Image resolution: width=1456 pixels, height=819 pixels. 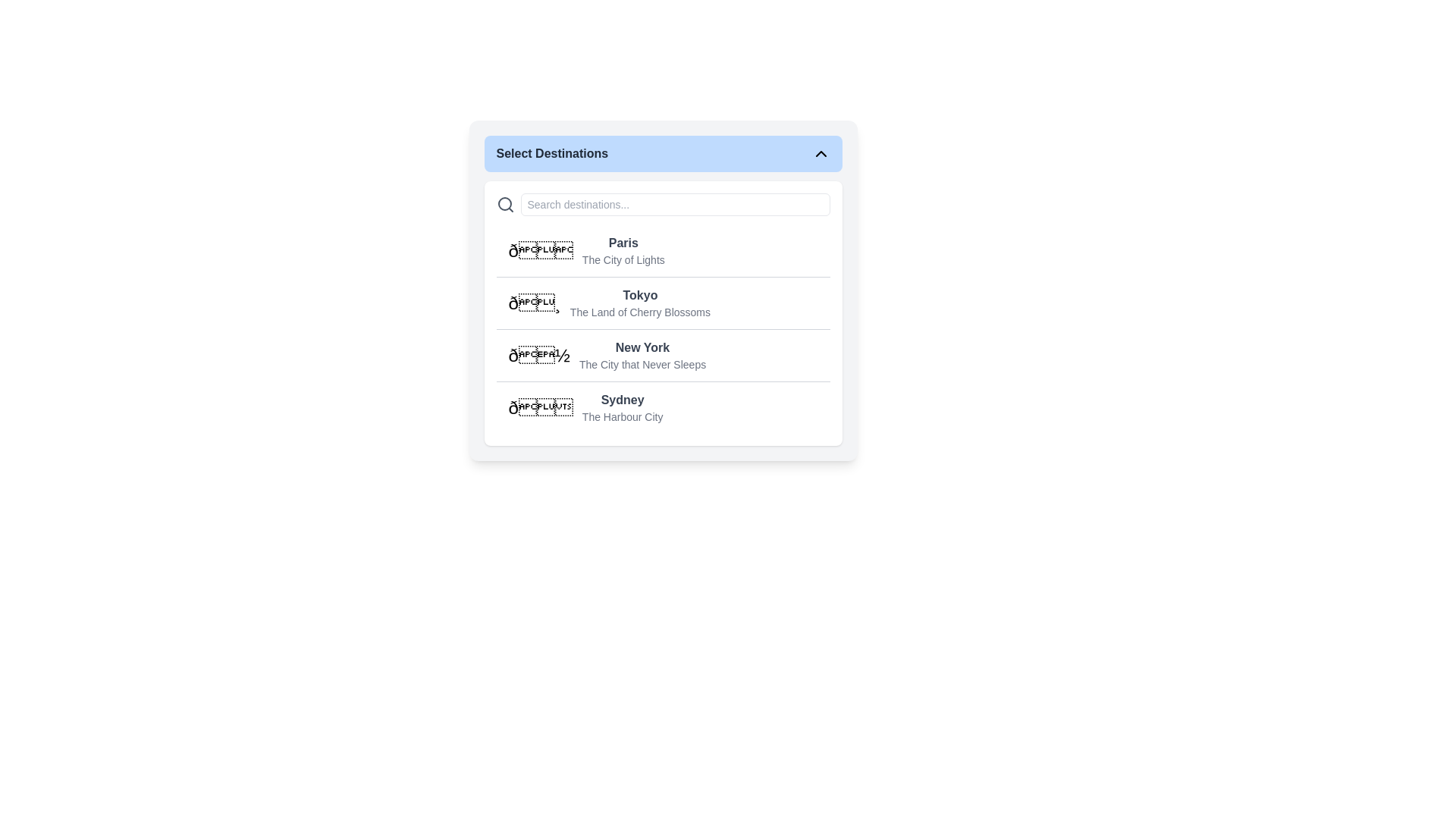 I want to click on the Icon or decorative text element representing 'Paris', located at the beginning of the row adjacent to the text 'Paris', so click(x=541, y=250).